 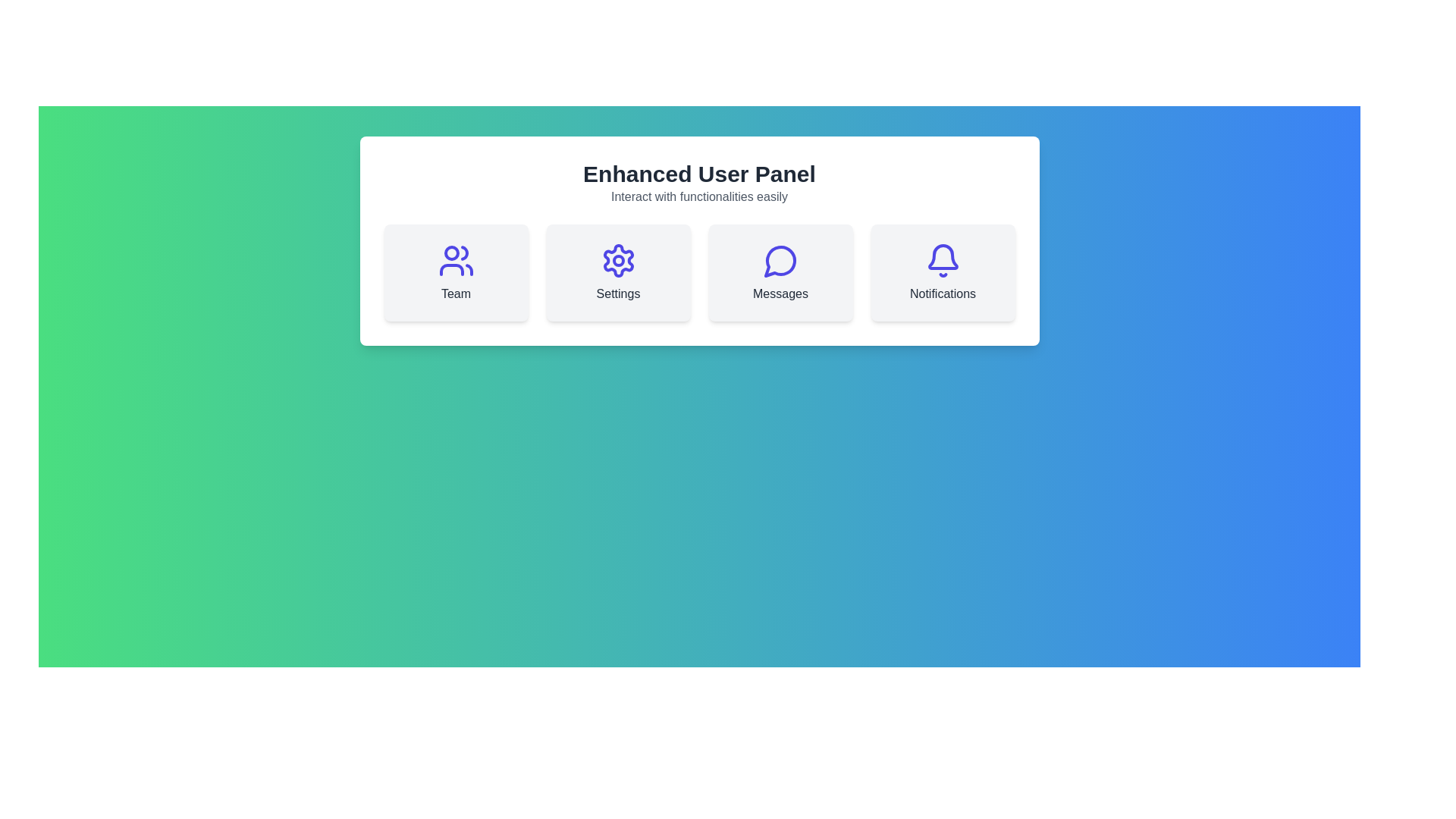 I want to click on the static text label 'Team' located at the bottom center of the first card in a row of four cards, so click(x=455, y=294).